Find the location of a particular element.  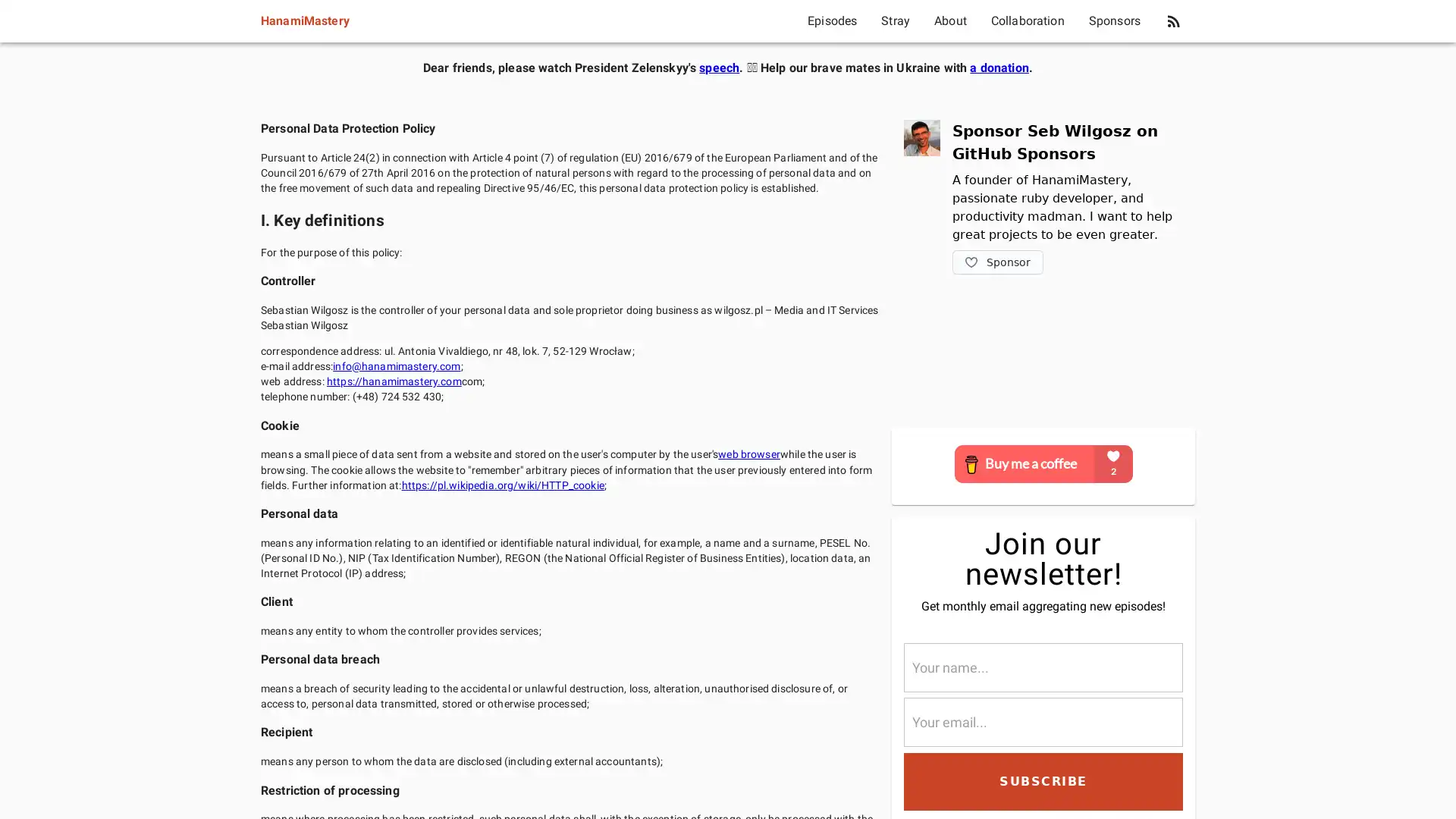

SUBSCRIBE is located at coordinates (1043, 780).